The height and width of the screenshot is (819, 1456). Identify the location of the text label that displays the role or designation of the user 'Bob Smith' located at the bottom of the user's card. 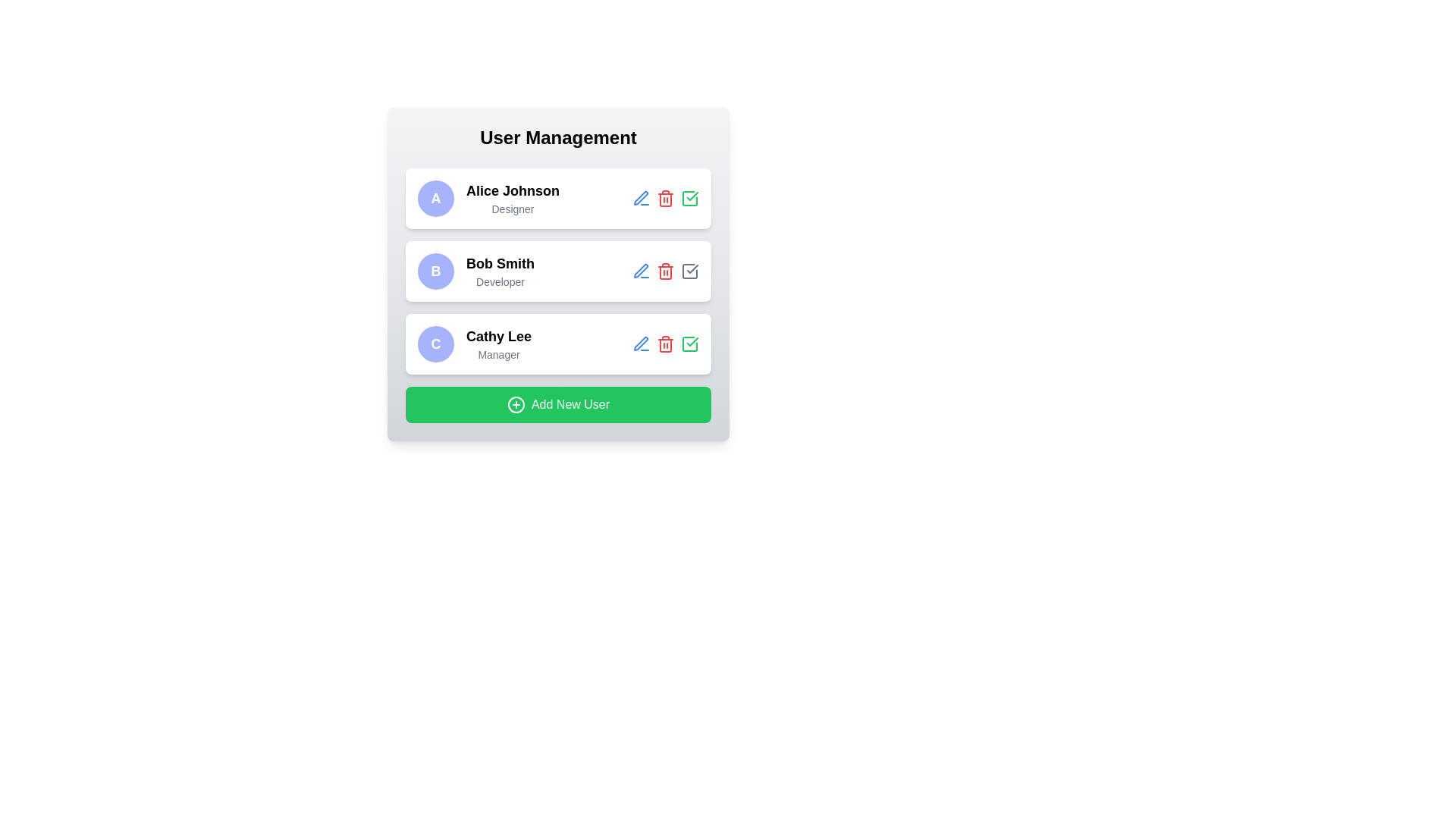
(500, 281).